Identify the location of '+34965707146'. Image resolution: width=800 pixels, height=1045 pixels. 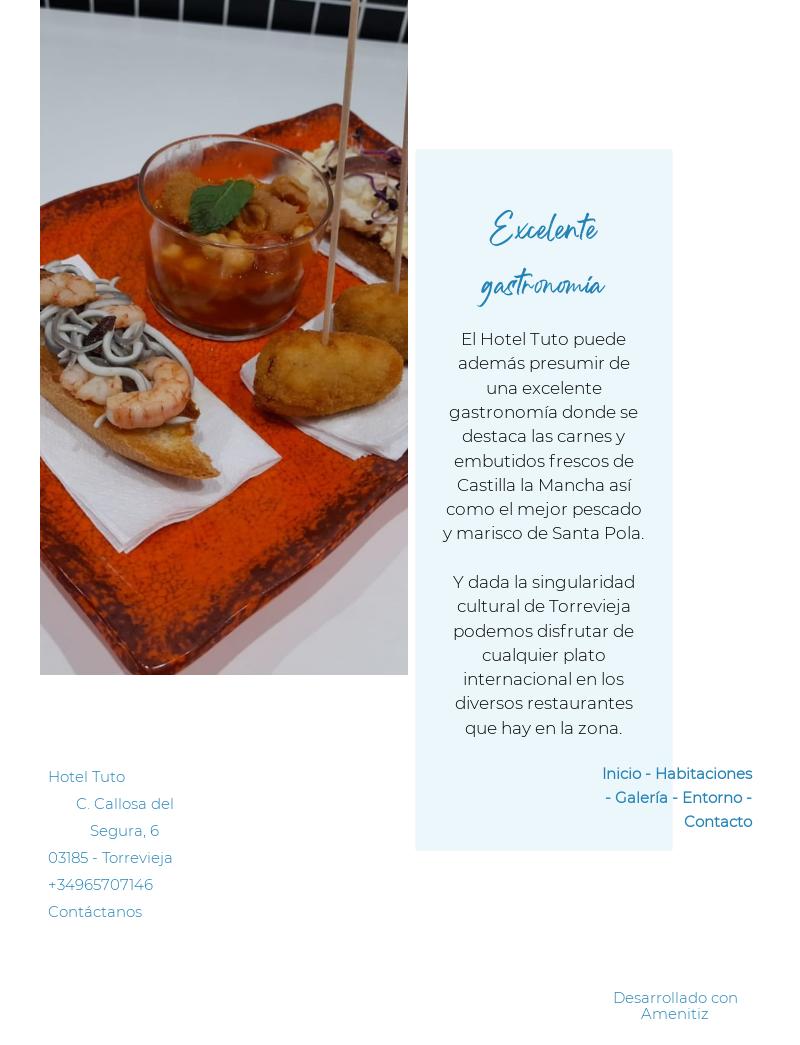
(100, 883).